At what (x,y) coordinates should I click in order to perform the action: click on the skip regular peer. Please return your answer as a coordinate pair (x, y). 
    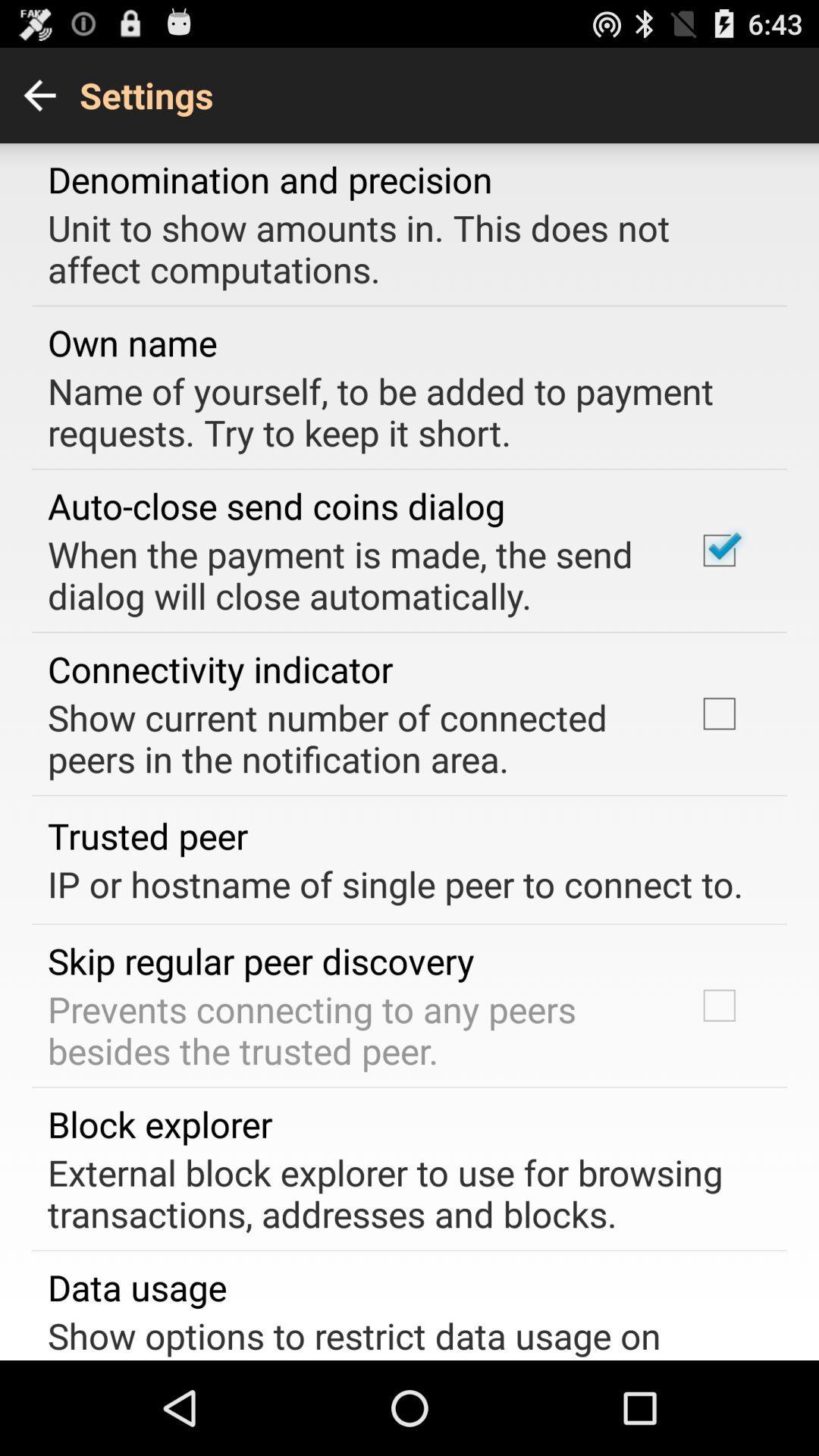
    Looking at the image, I should click on (260, 960).